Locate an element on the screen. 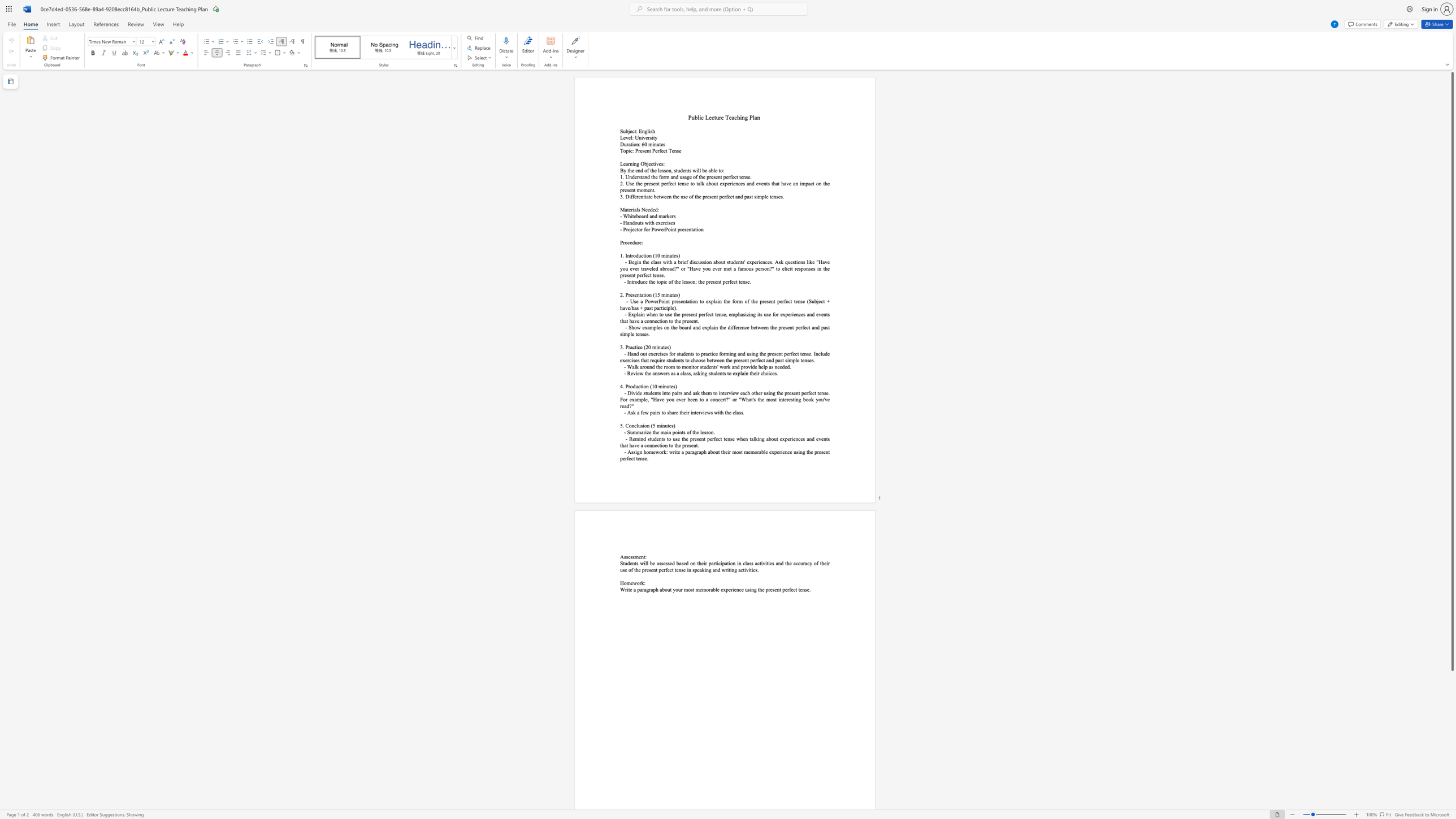  the subset text "oduction (10 minutes)" within the text "1. Introduction (10 minutes)" is located at coordinates (632, 255).